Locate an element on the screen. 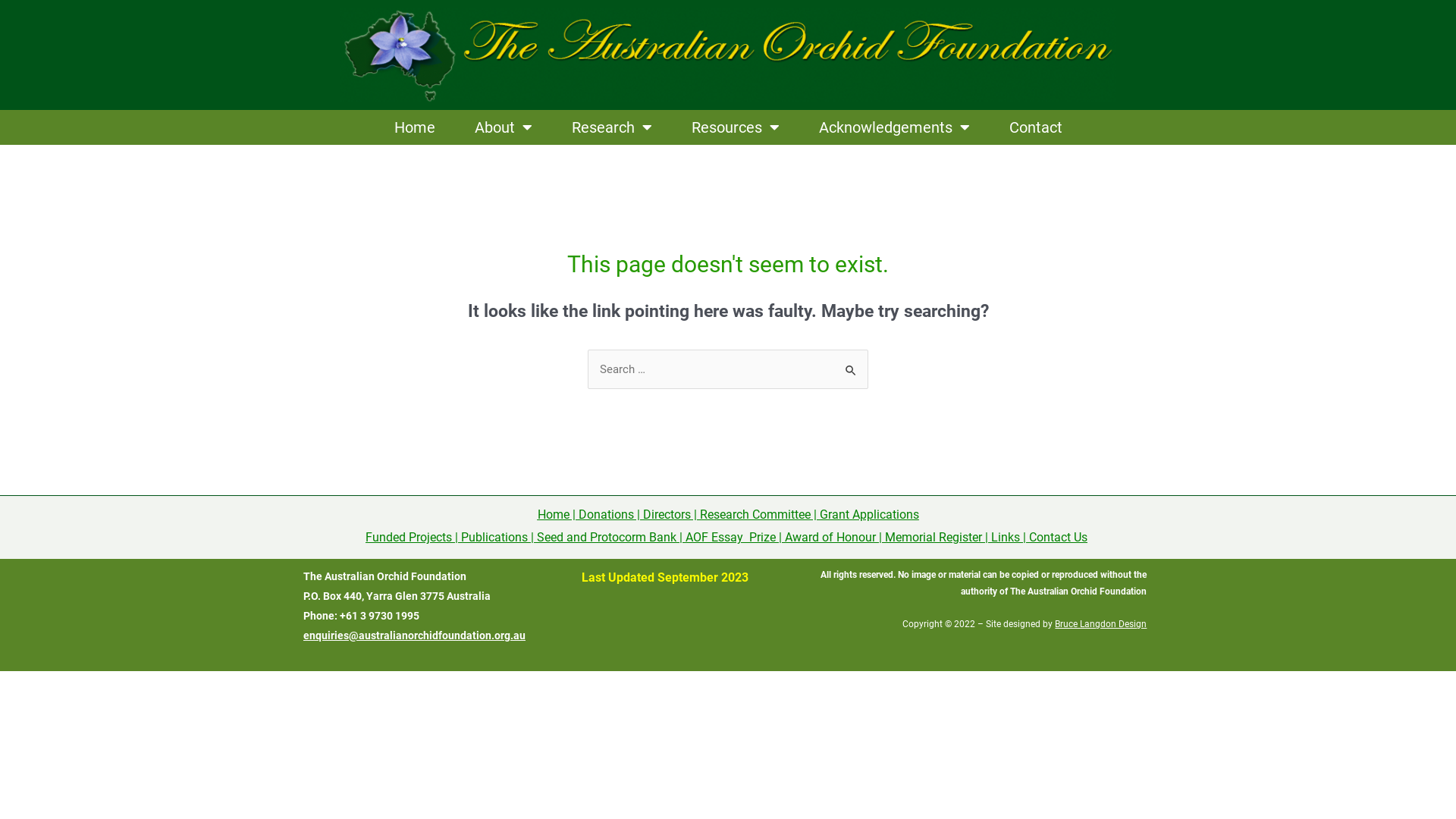  'About' is located at coordinates (503, 127).